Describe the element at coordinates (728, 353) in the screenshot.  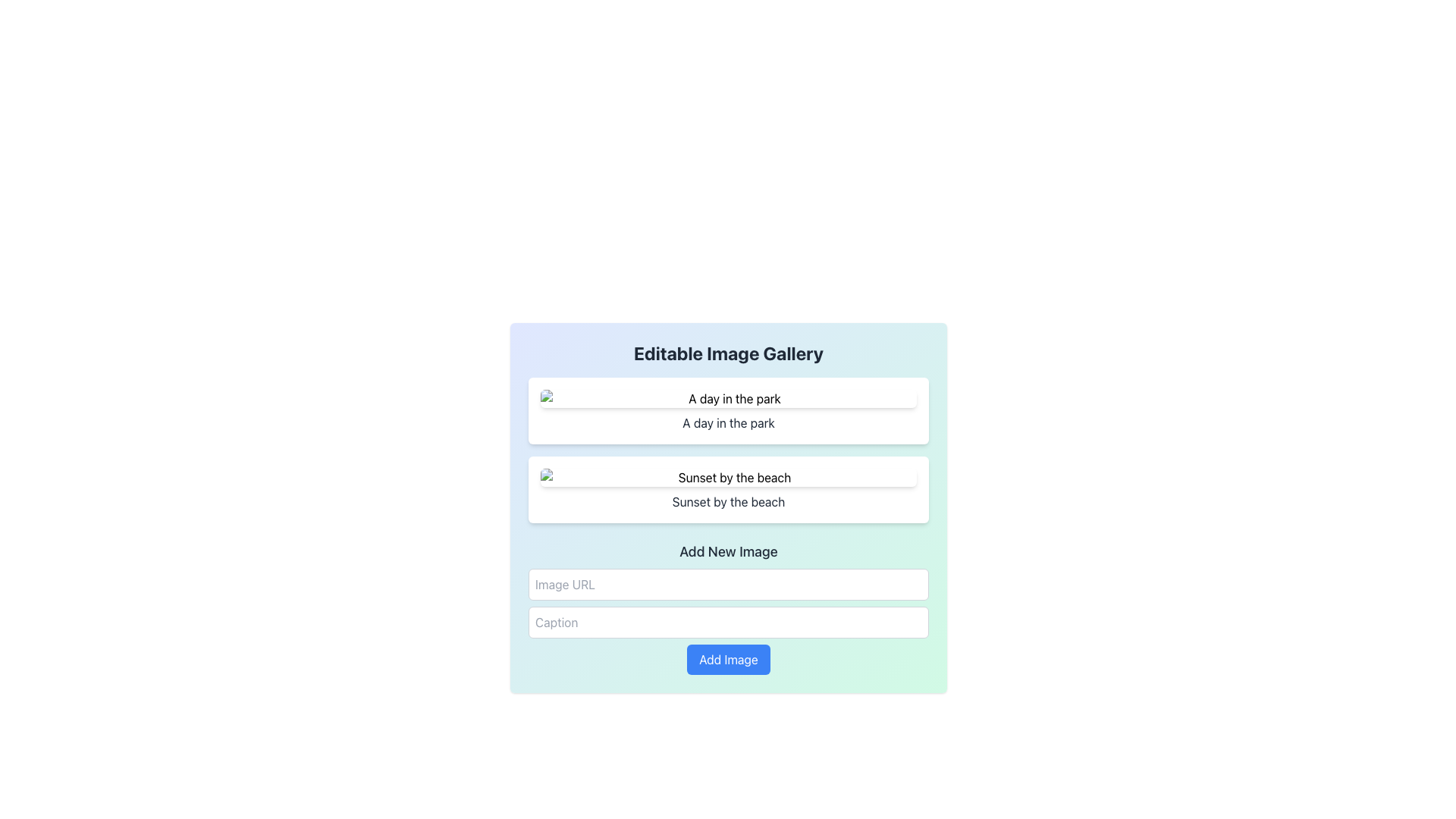
I see `the Text (Header) element that serves as the title for the editable image gallery interface, which is centered horizontally at the top of the card-like structure` at that location.